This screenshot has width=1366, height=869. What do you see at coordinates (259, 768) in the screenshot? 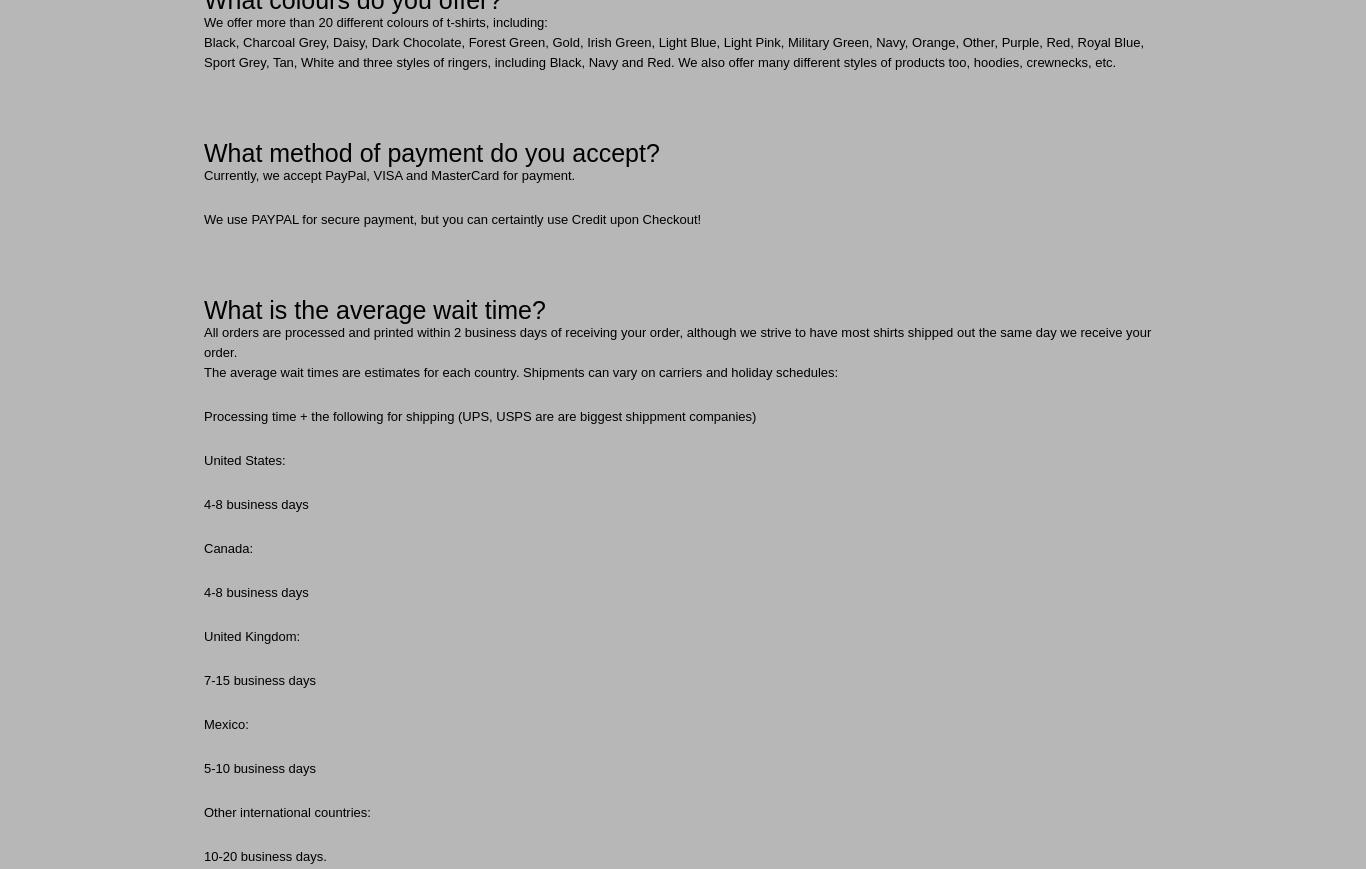
I see `'5-10 business days'` at bounding box center [259, 768].